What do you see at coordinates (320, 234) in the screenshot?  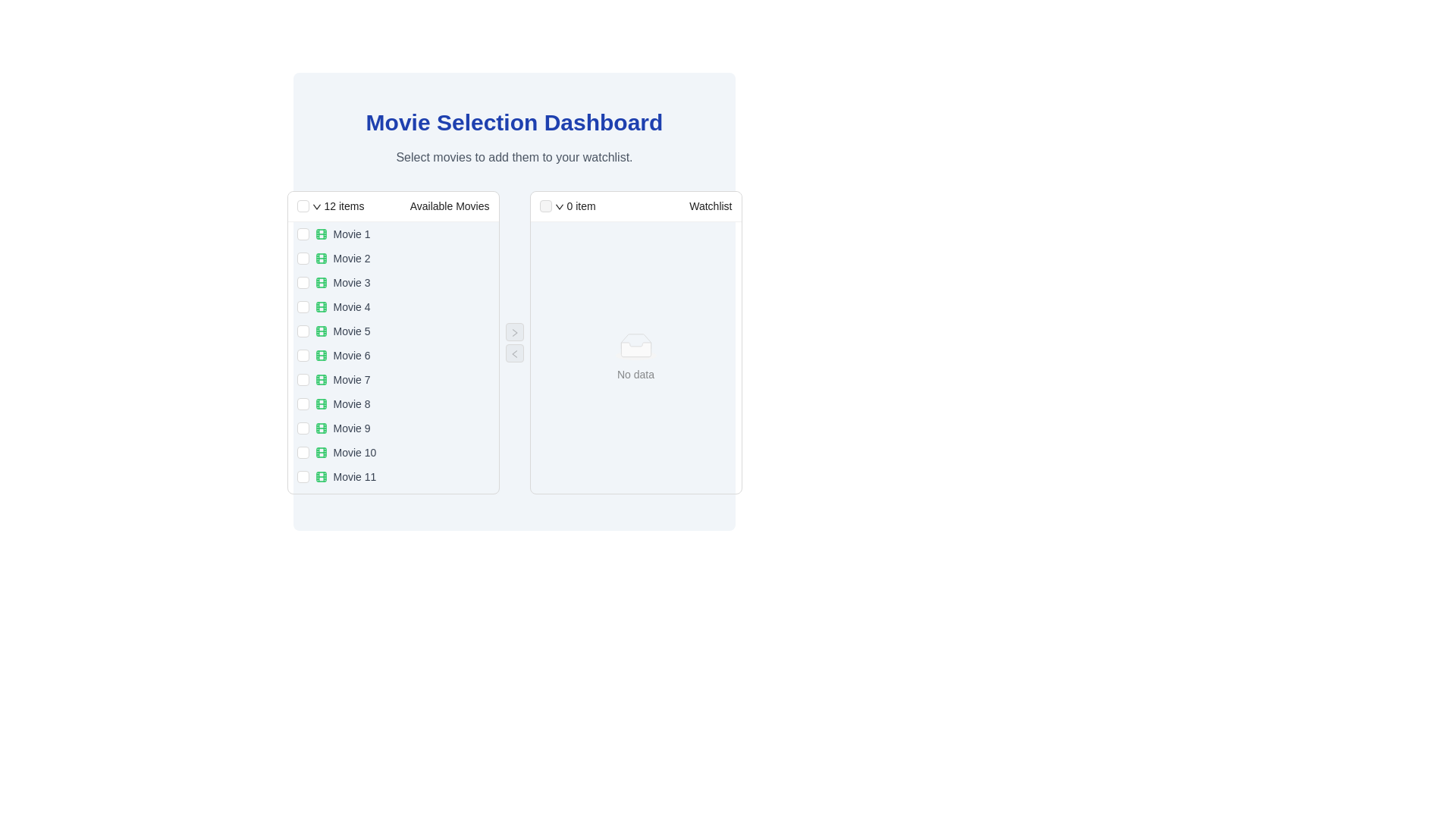 I see `the movie entry icon located to the left of the text label for 'Movie 1', which serves as a visual indicator in the movie list` at bounding box center [320, 234].